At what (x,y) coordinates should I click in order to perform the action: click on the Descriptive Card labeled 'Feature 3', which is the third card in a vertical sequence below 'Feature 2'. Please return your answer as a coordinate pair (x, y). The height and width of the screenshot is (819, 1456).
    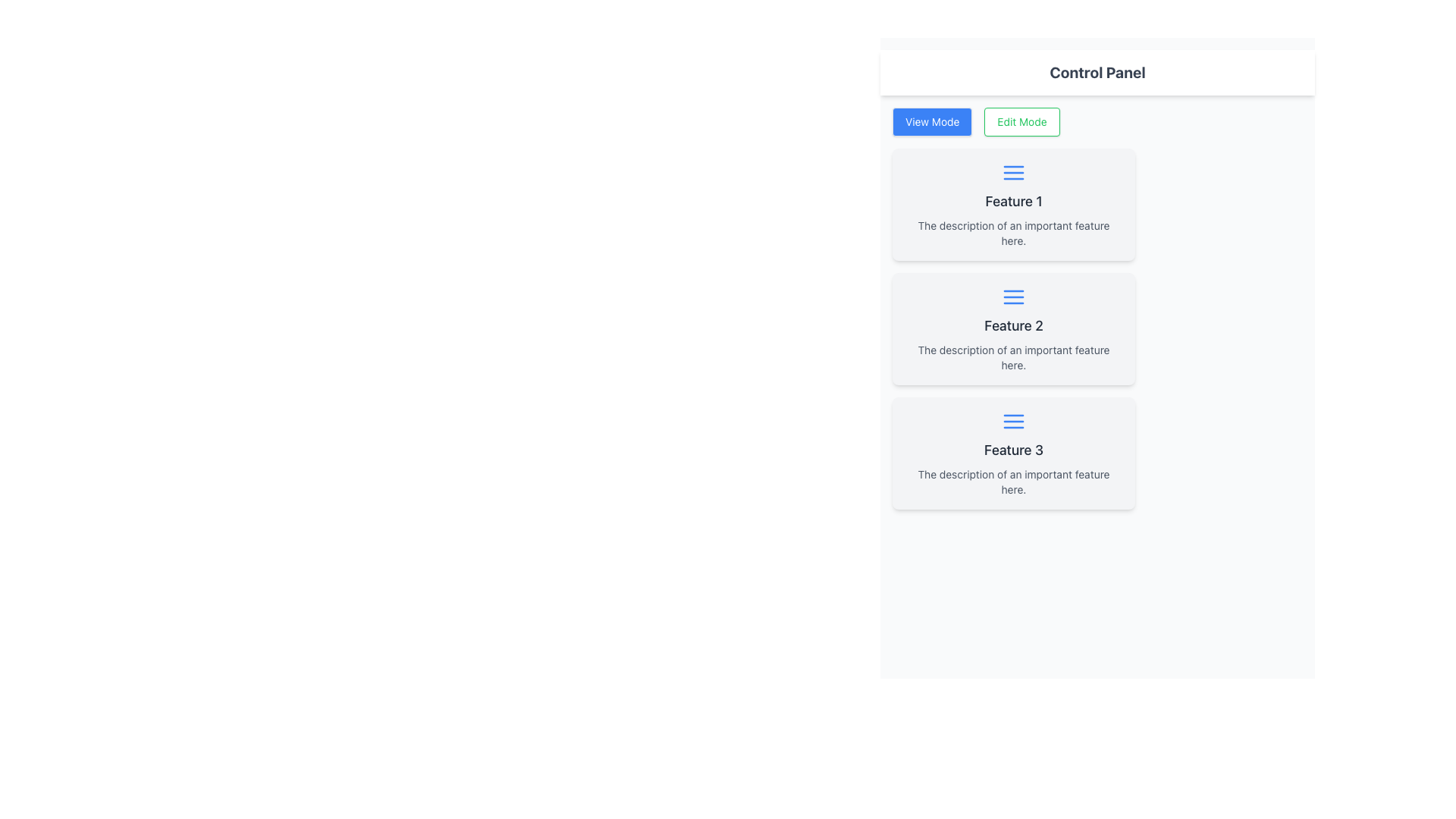
    Looking at the image, I should click on (1014, 452).